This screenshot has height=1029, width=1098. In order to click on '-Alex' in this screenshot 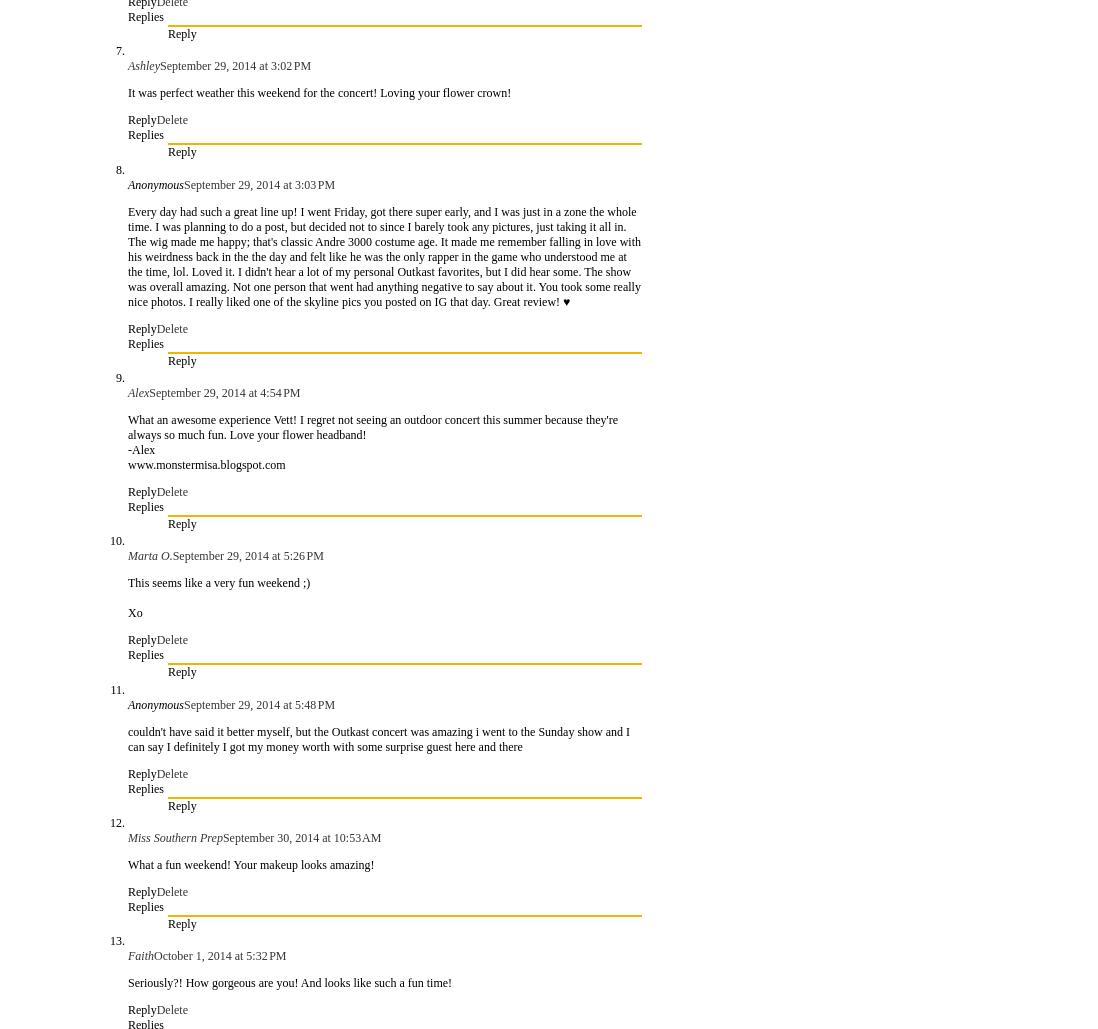, I will do `click(141, 448)`.